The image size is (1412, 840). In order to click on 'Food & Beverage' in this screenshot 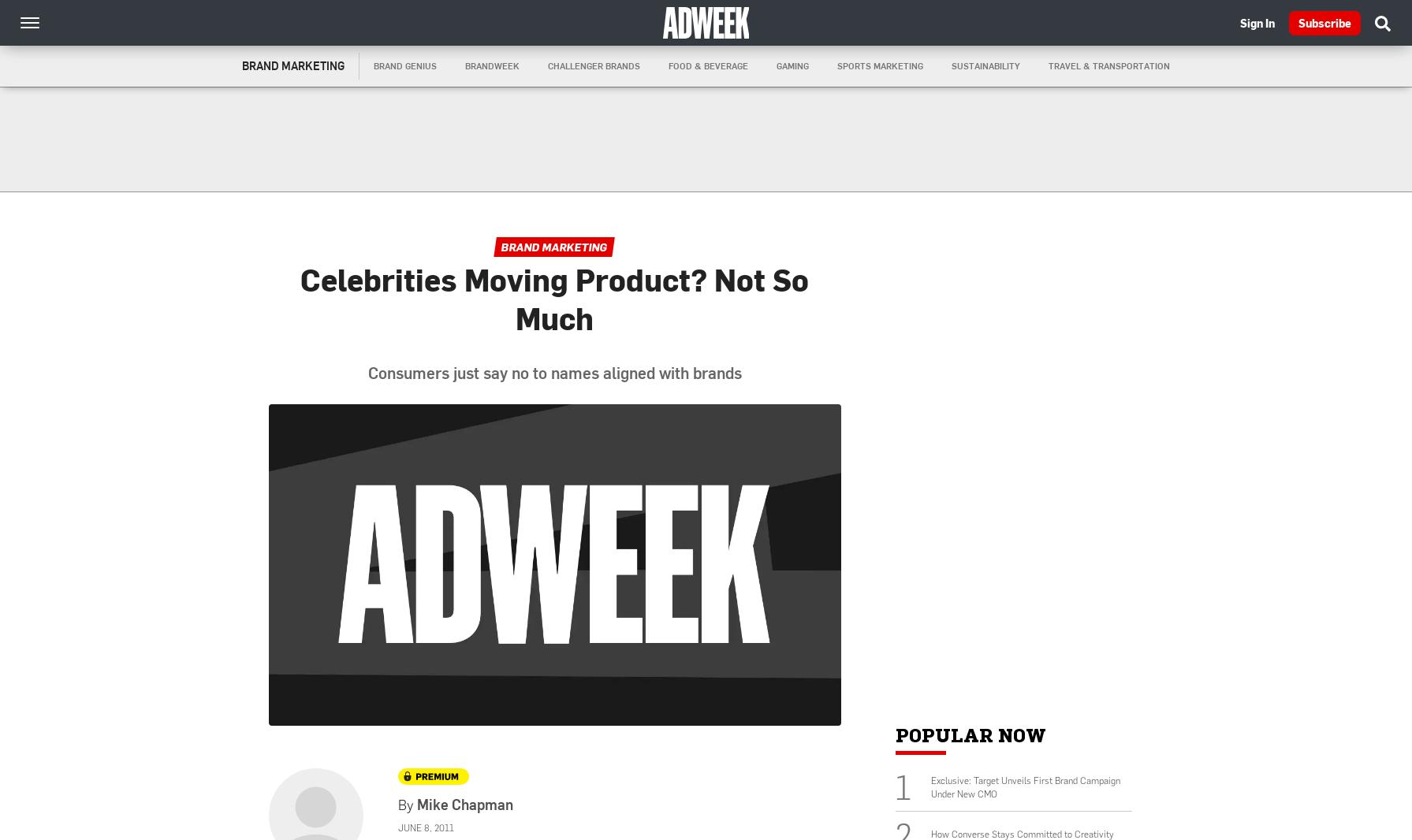, I will do `click(707, 65)`.